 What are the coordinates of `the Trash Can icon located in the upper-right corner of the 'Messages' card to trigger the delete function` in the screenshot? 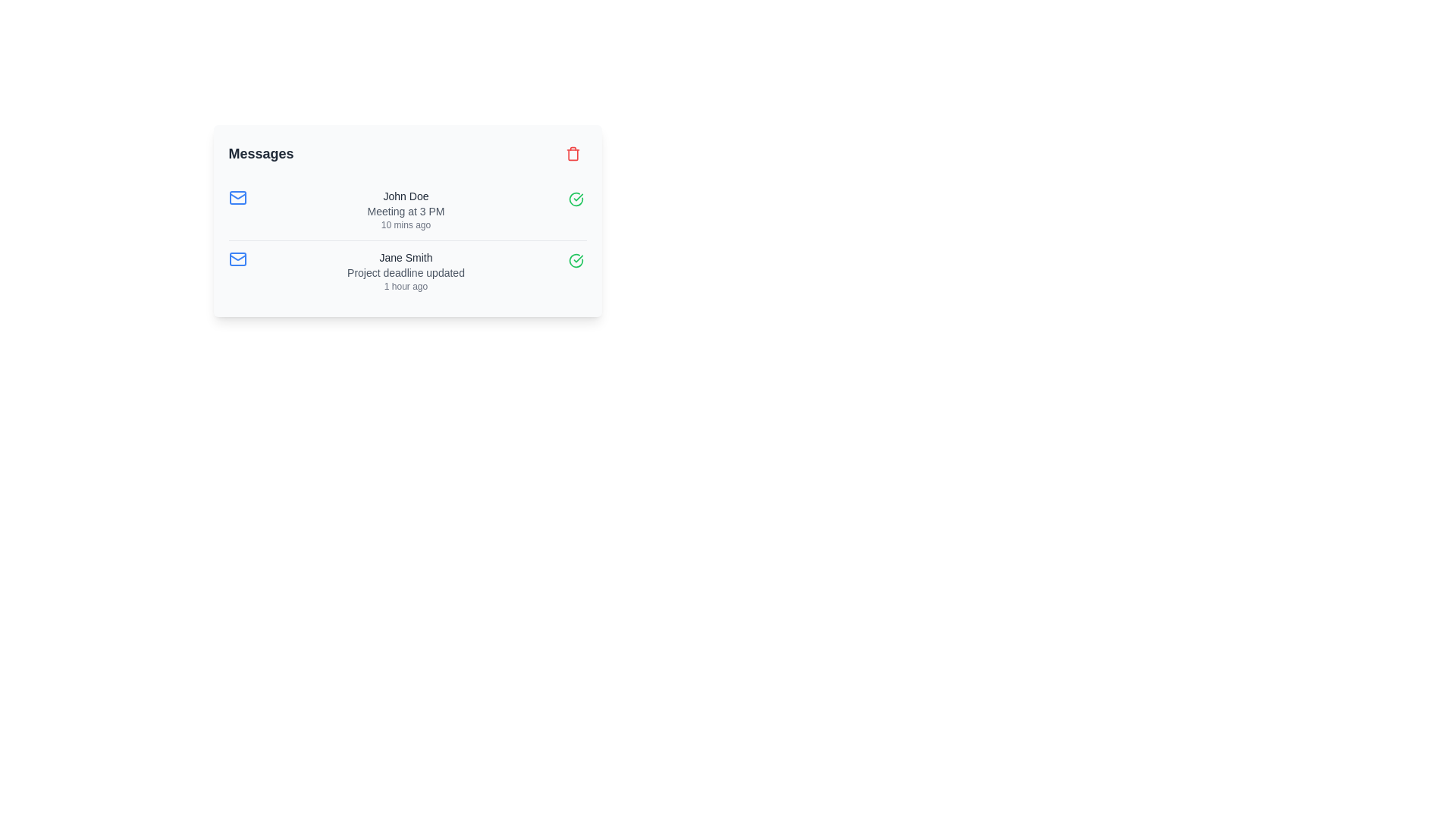 It's located at (572, 154).